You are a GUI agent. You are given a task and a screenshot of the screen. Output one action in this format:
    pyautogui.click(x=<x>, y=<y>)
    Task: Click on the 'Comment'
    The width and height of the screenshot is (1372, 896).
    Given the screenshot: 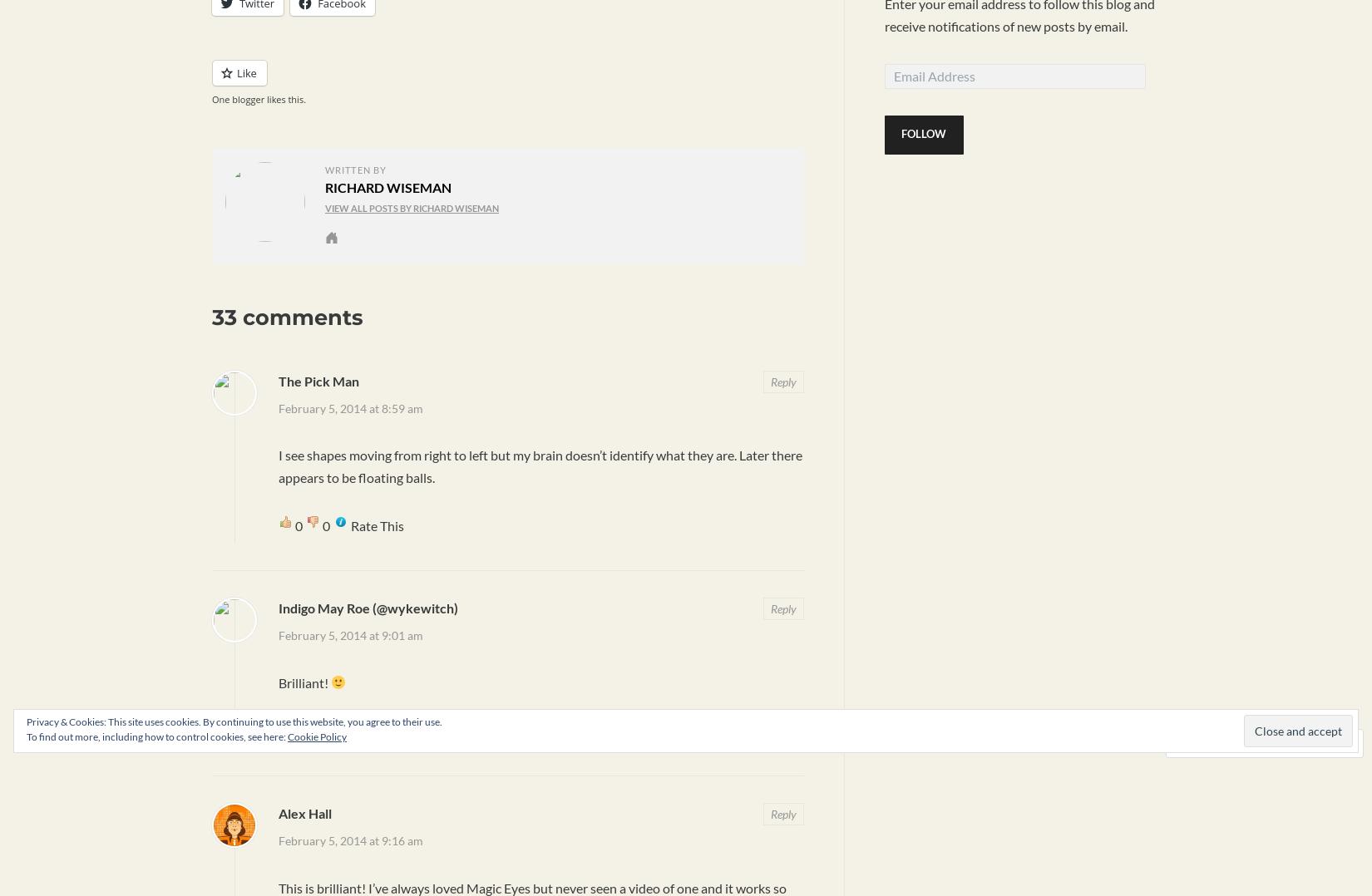 What is the action you would take?
    pyautogui.click(x=1221, y=743)
    